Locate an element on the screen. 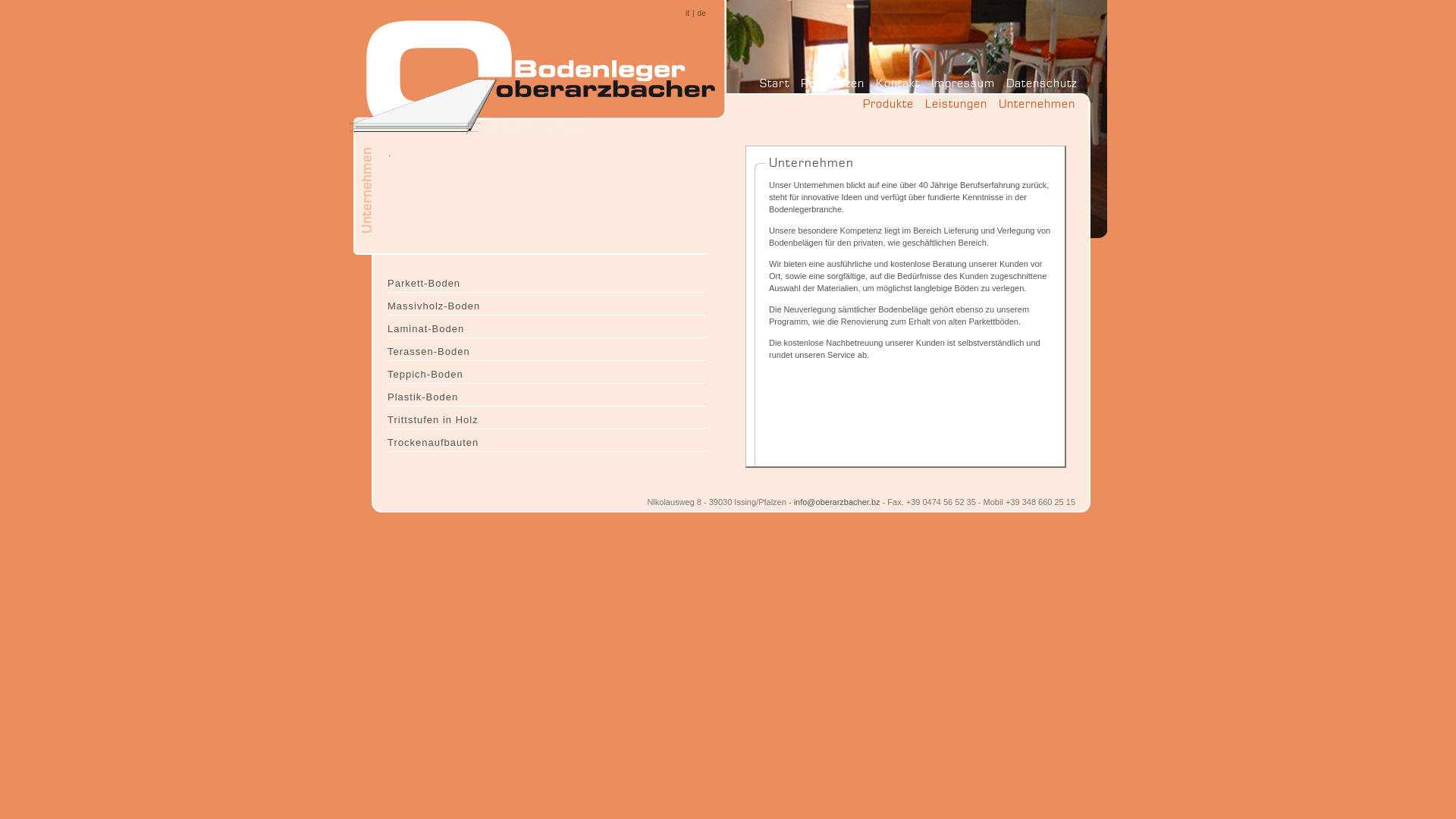 The height and width of the screenshot is (819, 1456). 'Trittstufen in Holz' is located at coordinates (546, 418).